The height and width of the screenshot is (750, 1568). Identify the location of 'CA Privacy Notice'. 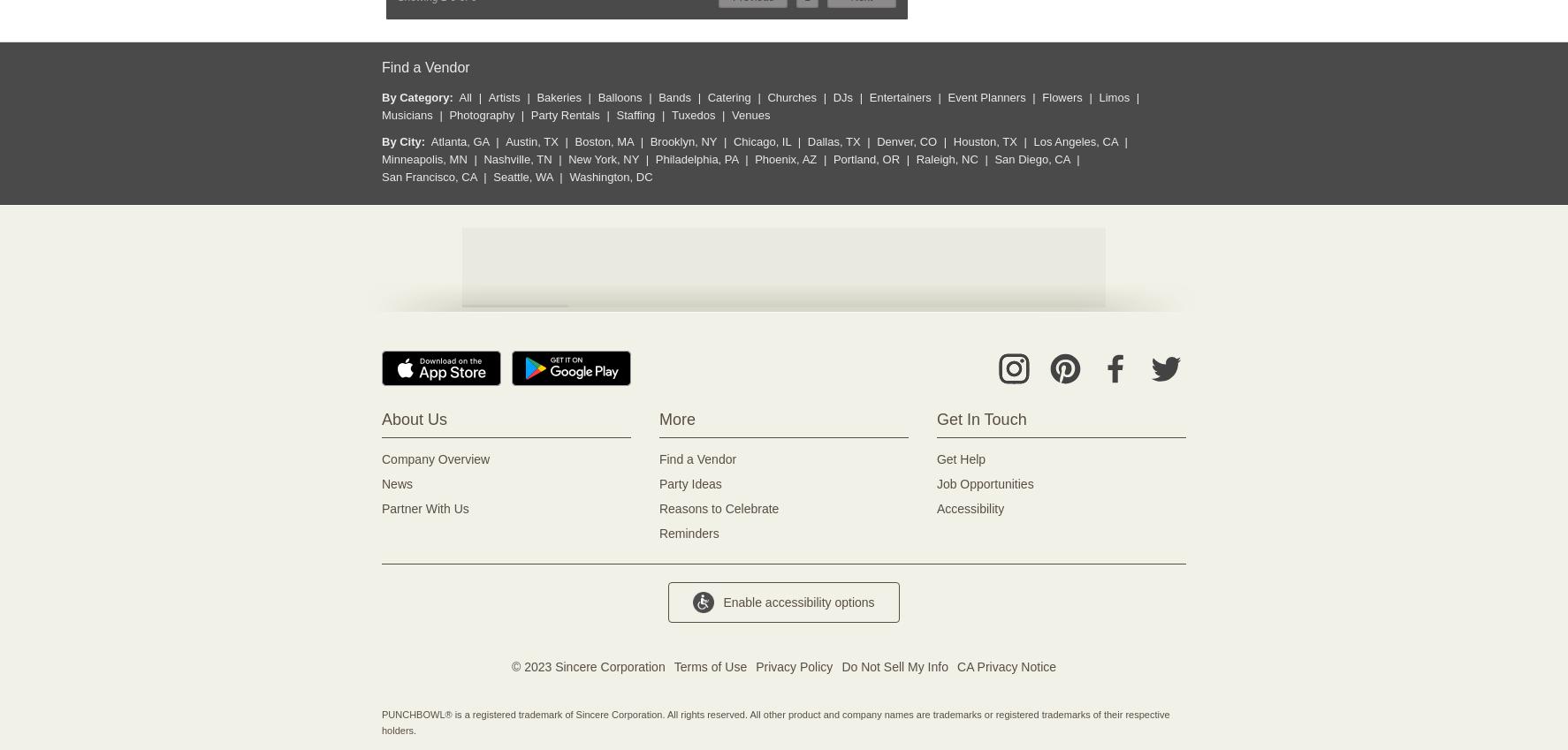
(1006, 666).